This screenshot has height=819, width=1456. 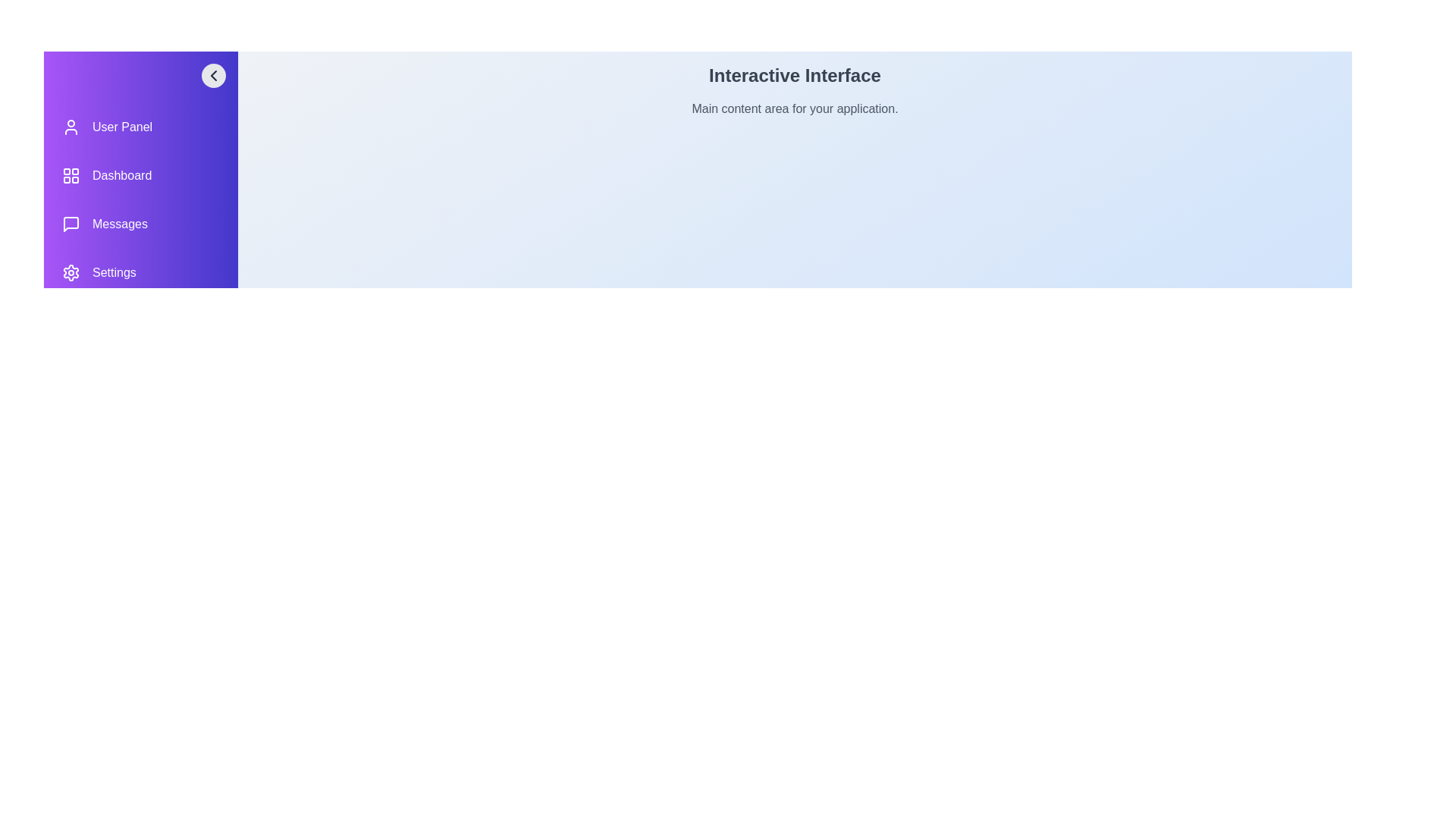 I want to click on the menu item labeled Settings to navigate to its associated section, so click(x=141, y=271).